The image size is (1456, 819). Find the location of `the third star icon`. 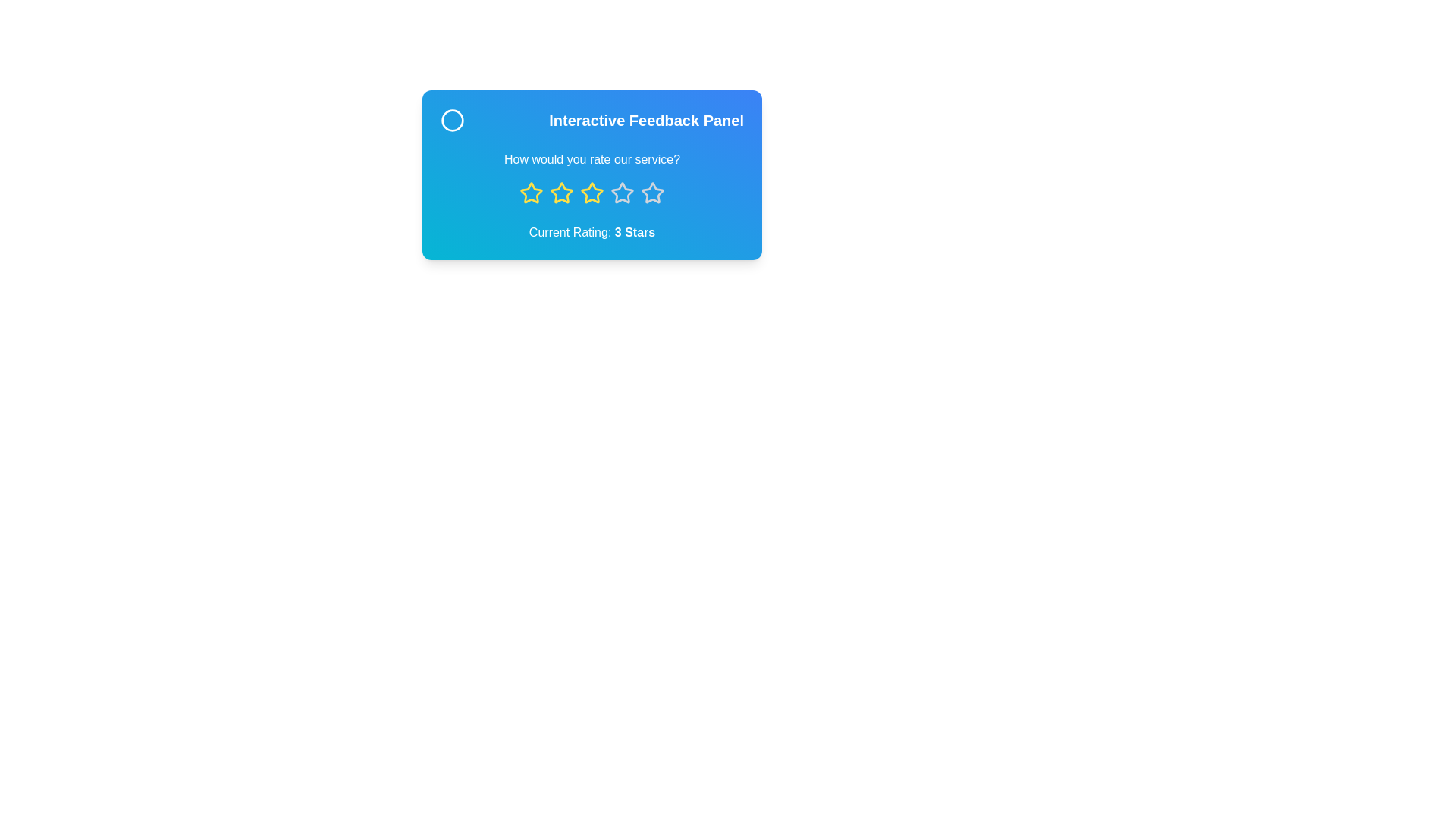

the third star icon is located at coordinates (591, 192).